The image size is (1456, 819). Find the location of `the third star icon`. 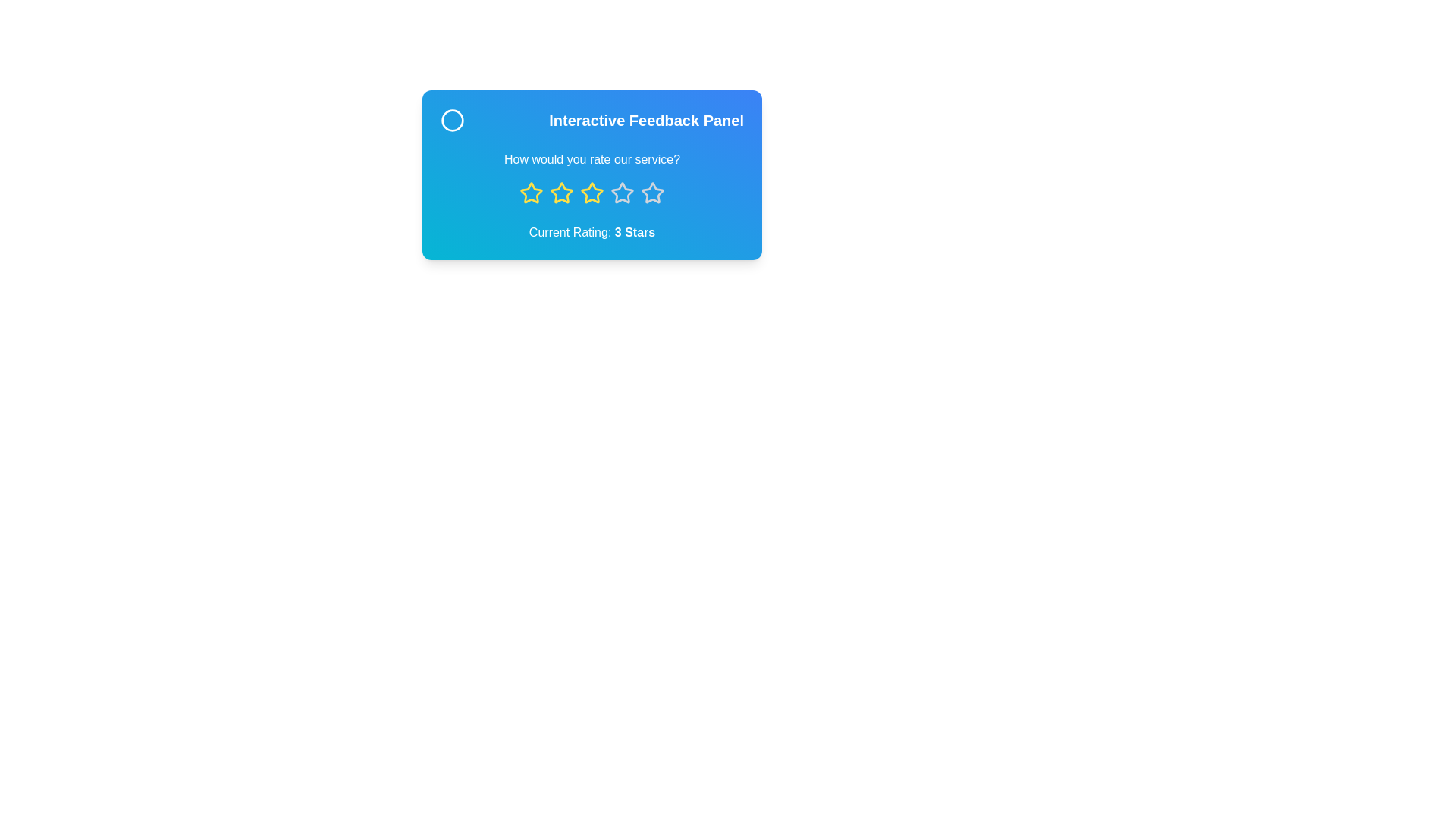

the third star icon is located at coordinates (591, 192).